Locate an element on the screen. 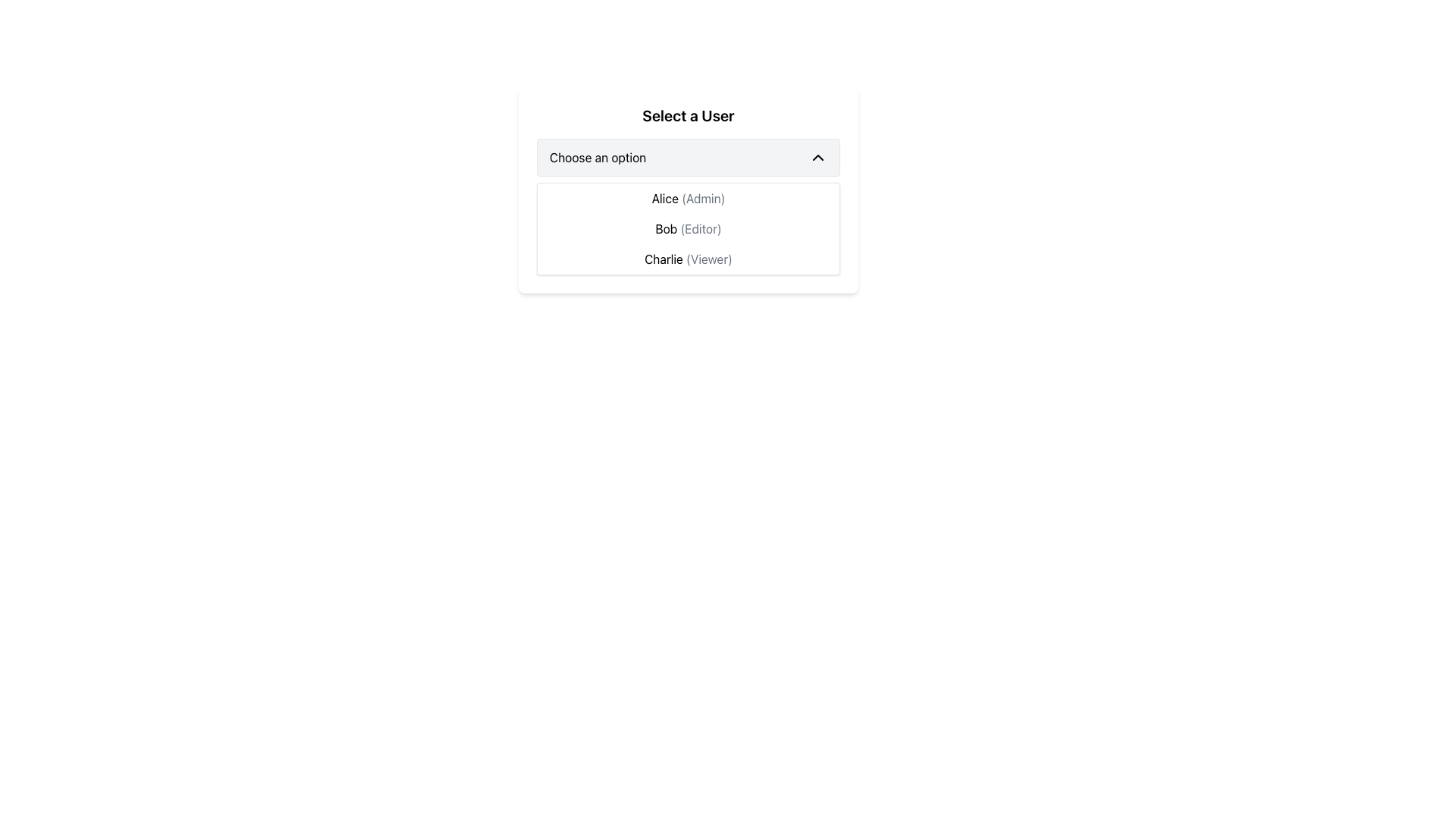 This screenshot has width=1456, height=819. the dropdown list item displaying 'Charlie (Viewer)' to activate it is located at coordinates (687, 259).